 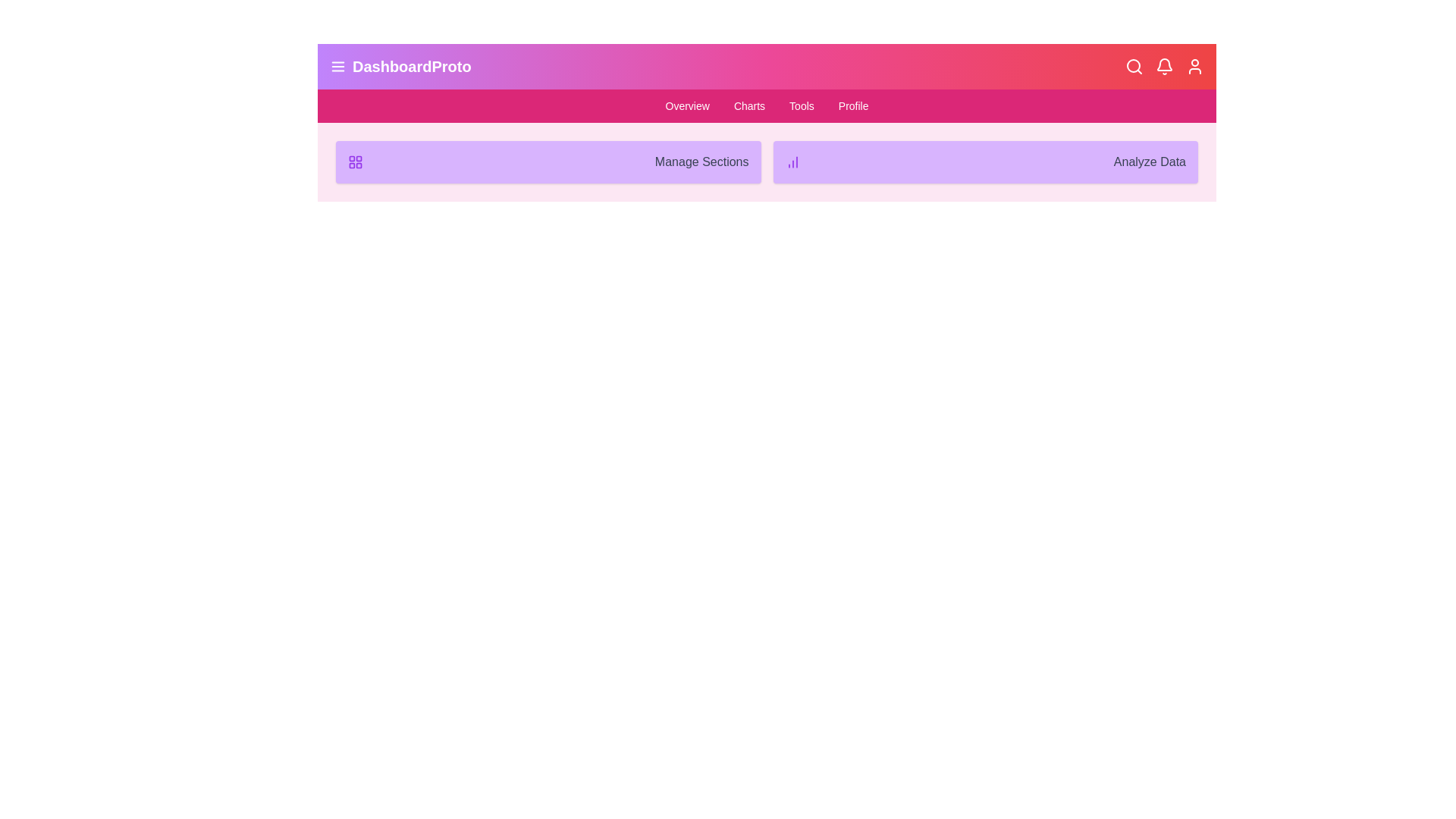 I want to click on the text element 'Manage Sections' to inspect its layout, so click(x=548, y=162).